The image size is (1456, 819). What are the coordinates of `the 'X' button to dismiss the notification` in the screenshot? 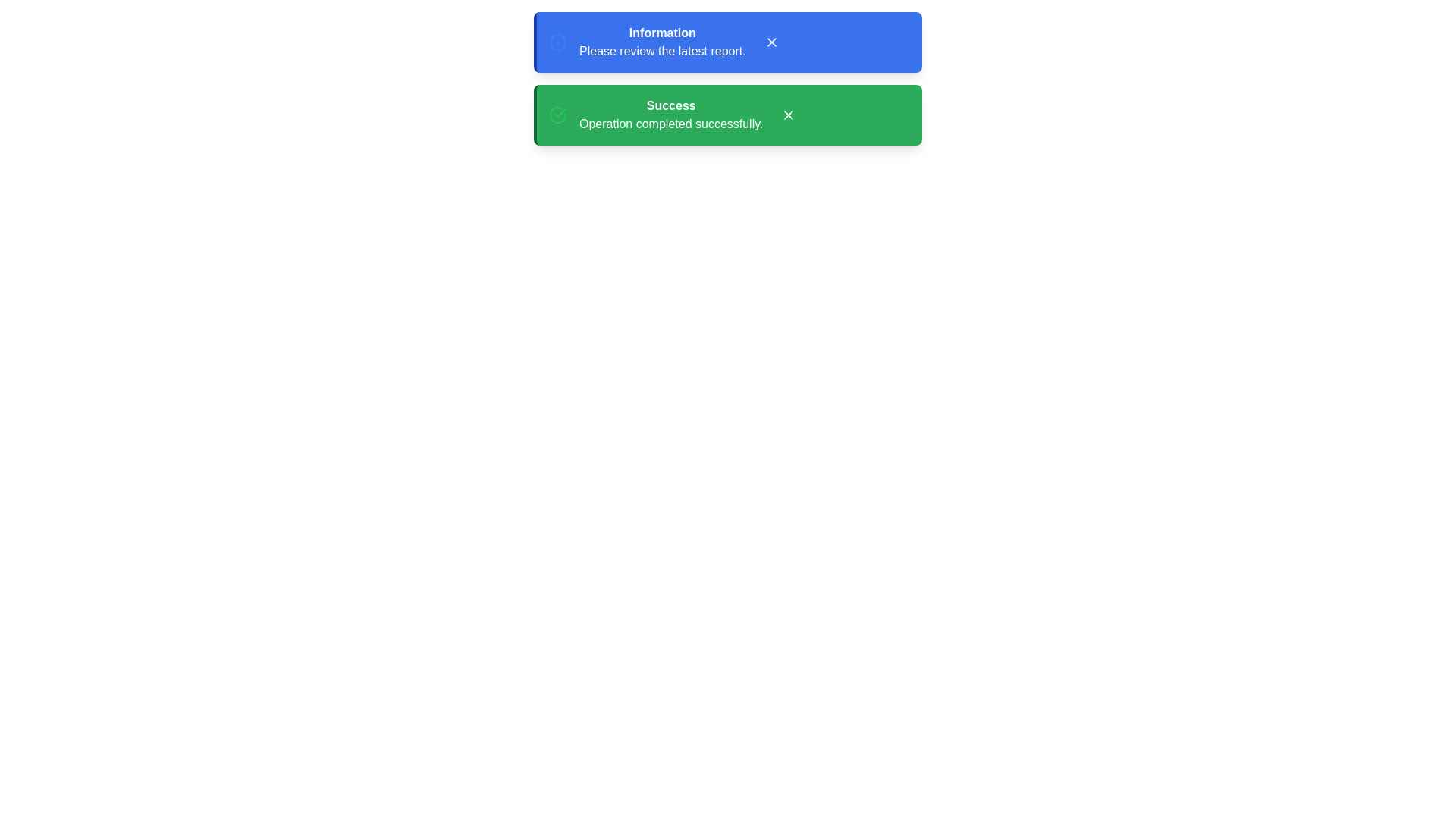 It's located at (771, 42).